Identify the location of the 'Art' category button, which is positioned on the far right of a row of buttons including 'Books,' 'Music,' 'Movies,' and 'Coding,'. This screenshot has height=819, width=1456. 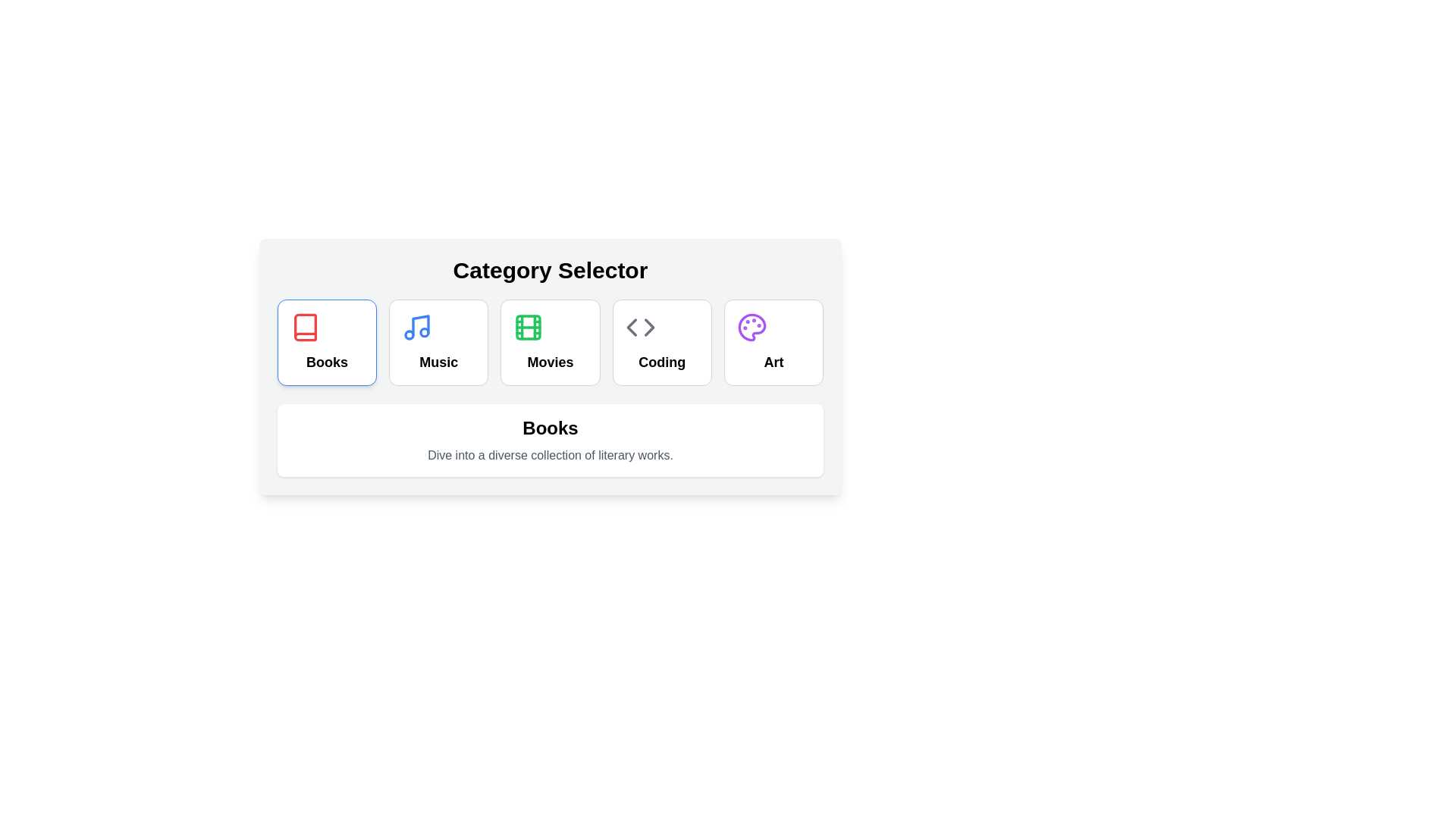
(773, 342).